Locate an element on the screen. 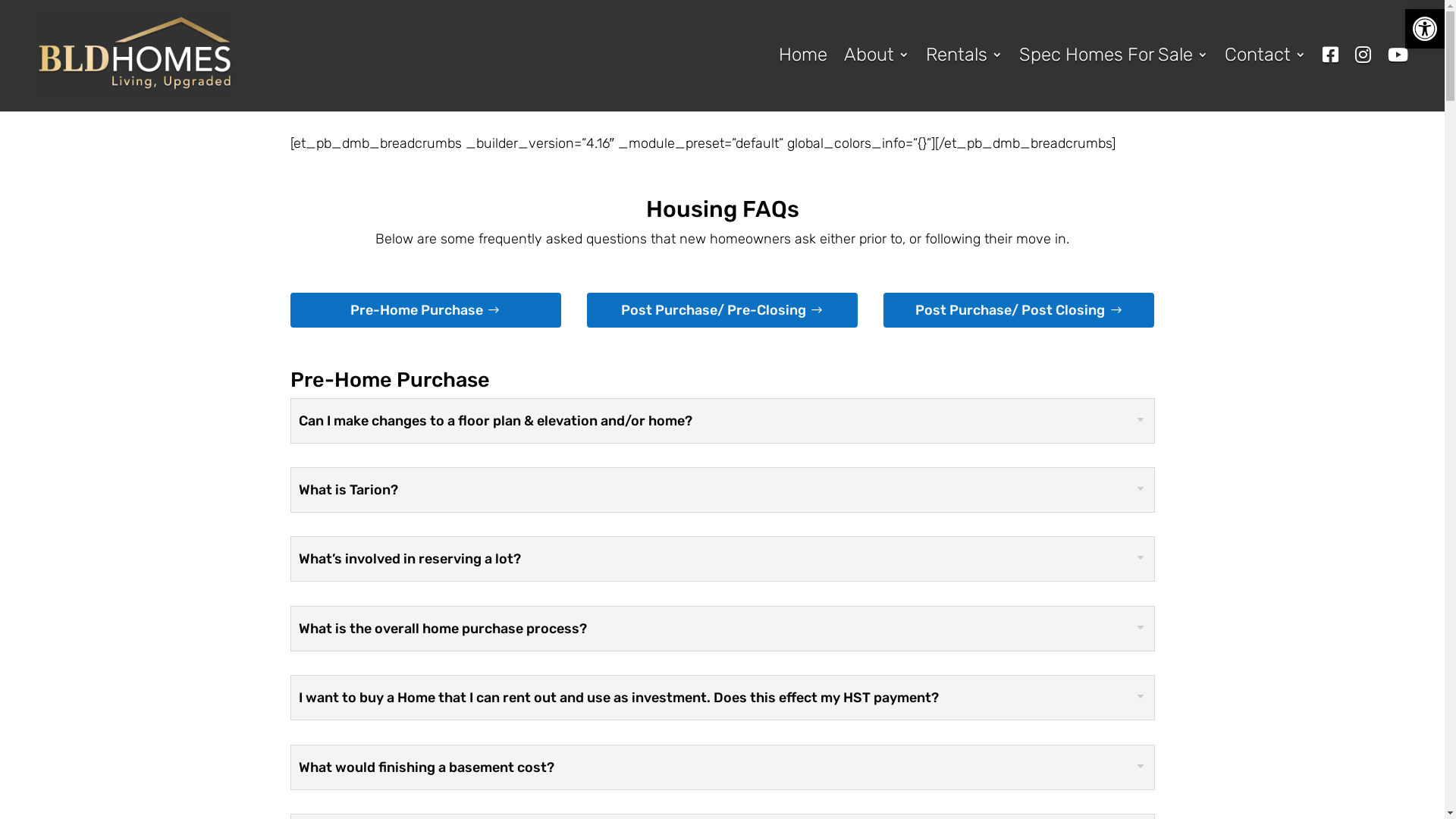  'Instagram' is located at coordinates (1363, 54).